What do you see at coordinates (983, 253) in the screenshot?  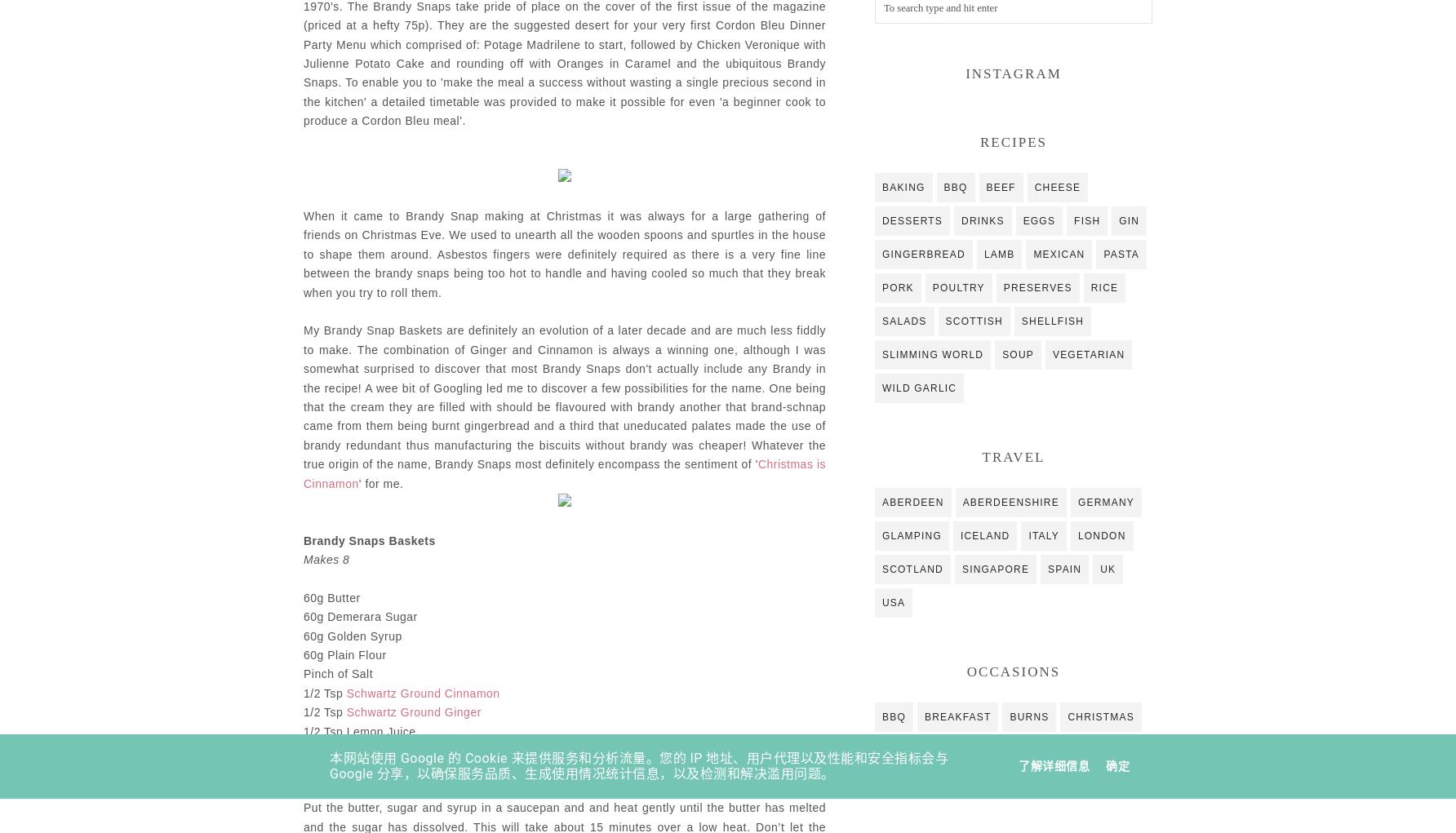 I see `'lamb'` at bounding box center [983, 253].